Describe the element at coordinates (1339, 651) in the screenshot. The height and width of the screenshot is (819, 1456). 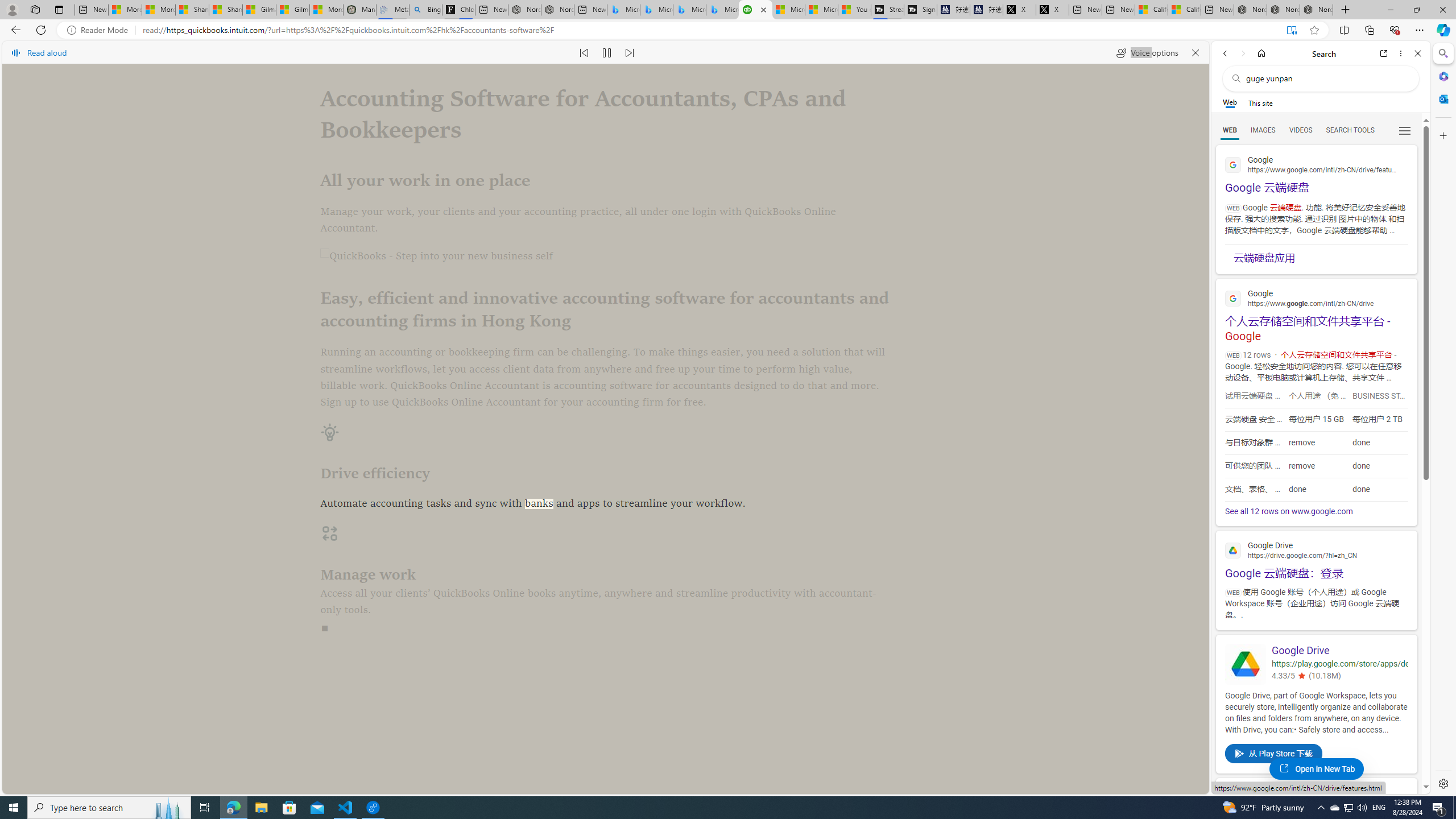
I see `'Google Drive'` at that location.